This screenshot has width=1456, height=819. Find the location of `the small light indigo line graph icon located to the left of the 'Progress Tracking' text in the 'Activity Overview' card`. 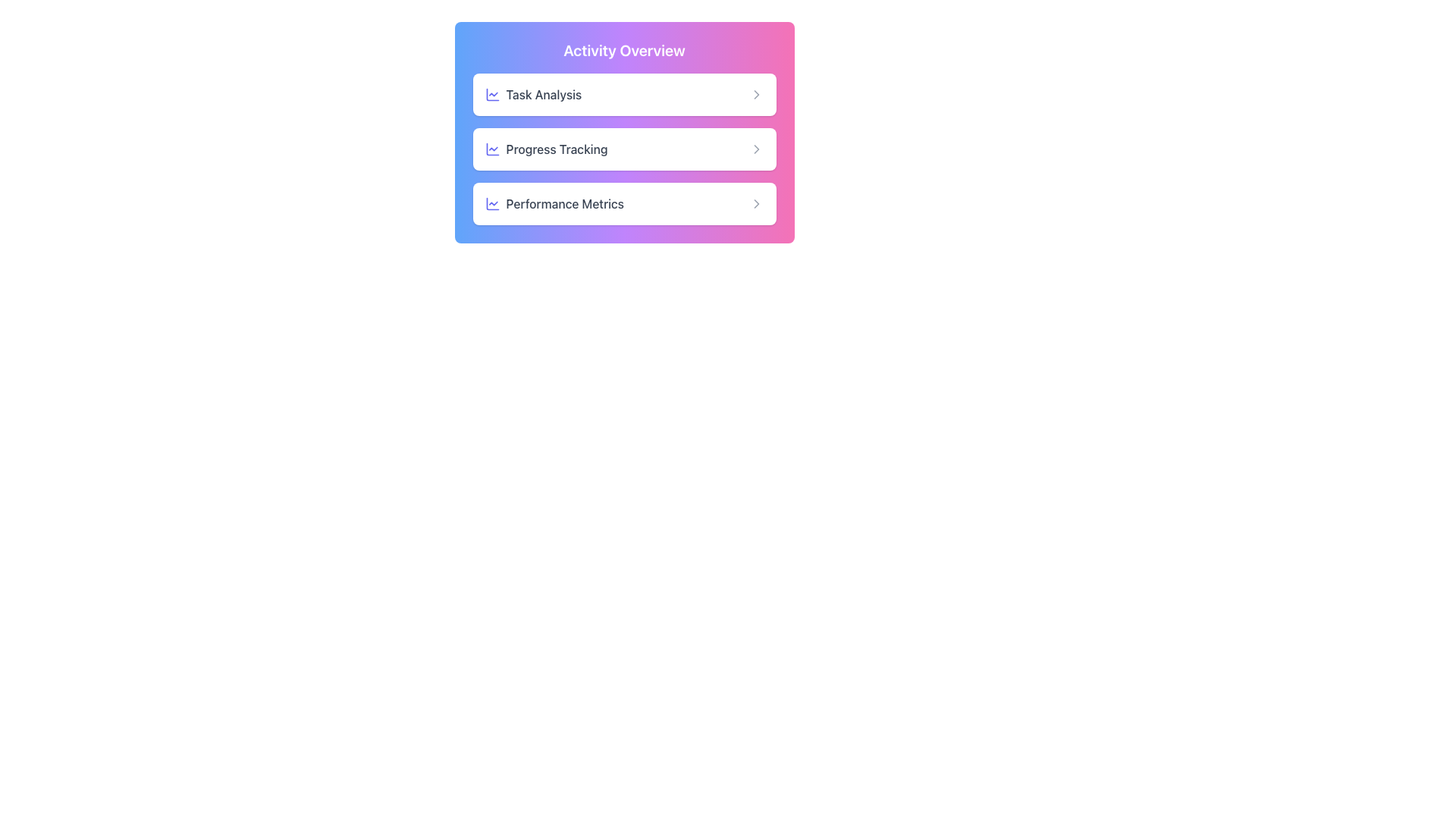

the small light indigo line graph icon located to the left of the 'Progress Tracking' text in the 'Activity Overview' card is located at coordinates (492, 149).